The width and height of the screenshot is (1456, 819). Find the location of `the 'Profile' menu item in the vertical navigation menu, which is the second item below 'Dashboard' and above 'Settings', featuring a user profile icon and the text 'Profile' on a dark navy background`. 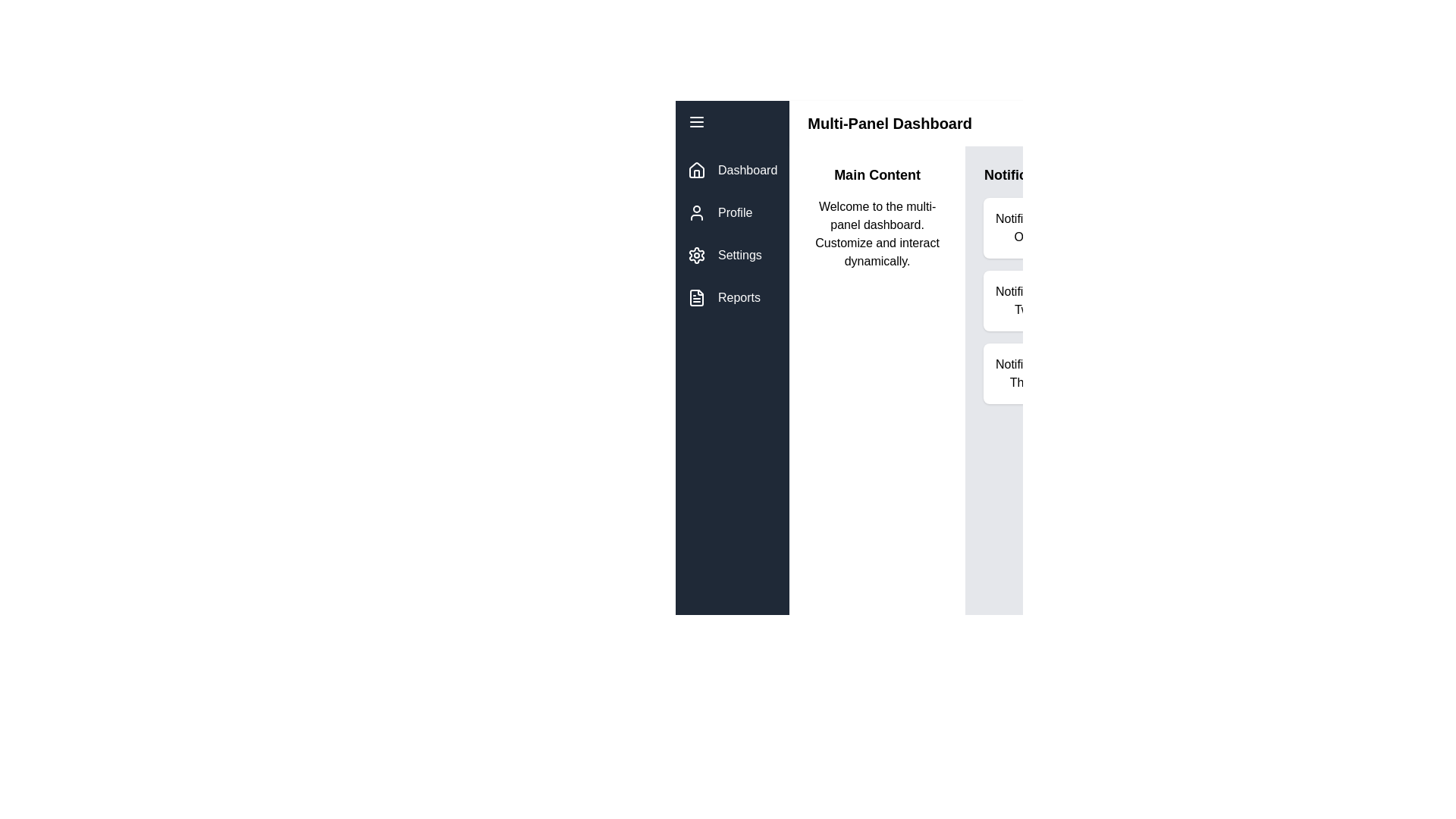

the 'Profile' menu item in the vertical navigation menu, which is the second item below 'Dashboard' and above 'Settings', featuring a user profile icon and the text 'Profile' on a dark navy background is located at coordinates (733, 213).